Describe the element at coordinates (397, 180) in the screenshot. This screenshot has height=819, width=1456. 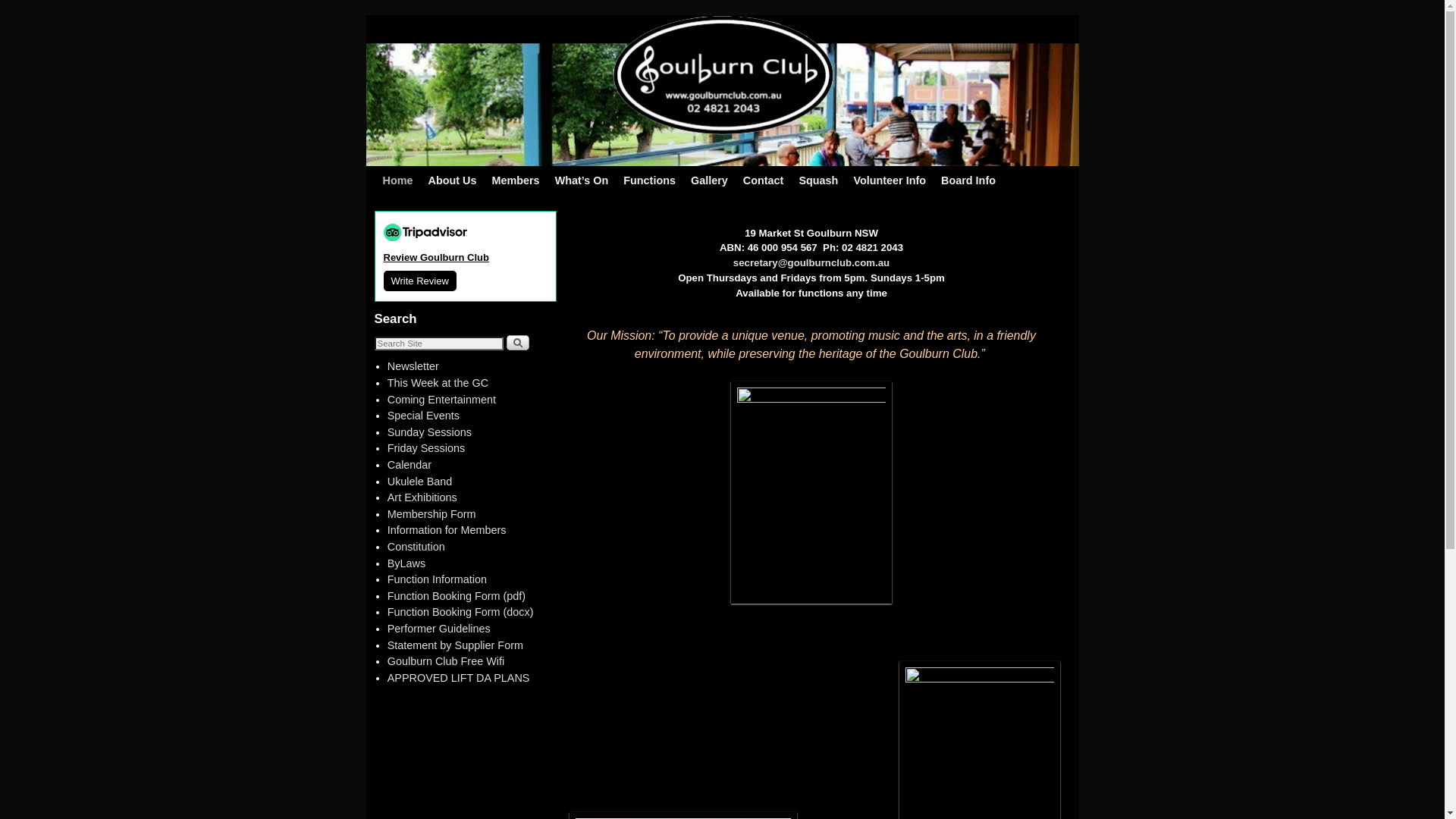
I see `'Home'` at that location.